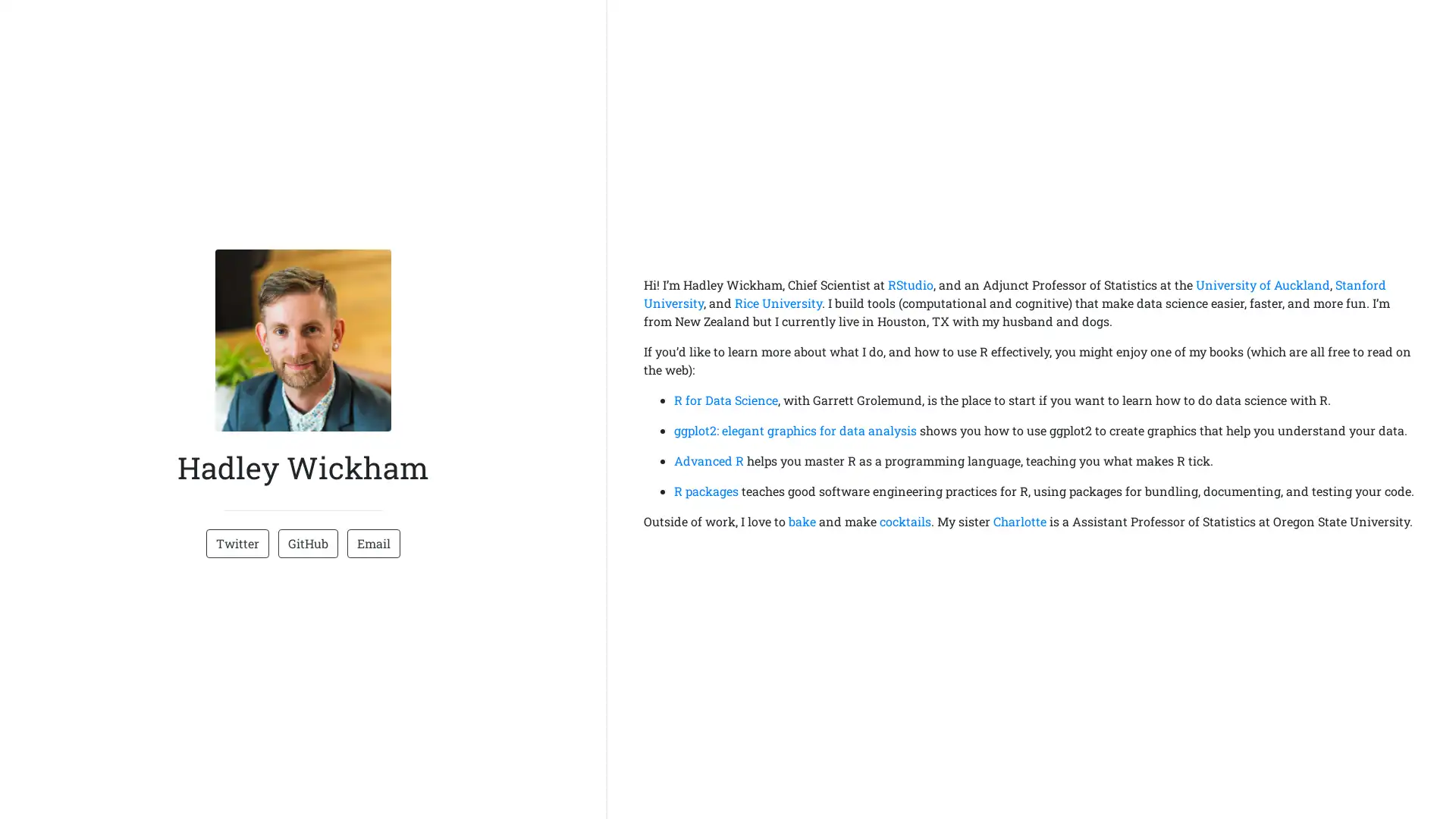 The image size is (1456, 819). Describe the element at coordinates (374, 542) in the screenshot. I see `Email` at that location.